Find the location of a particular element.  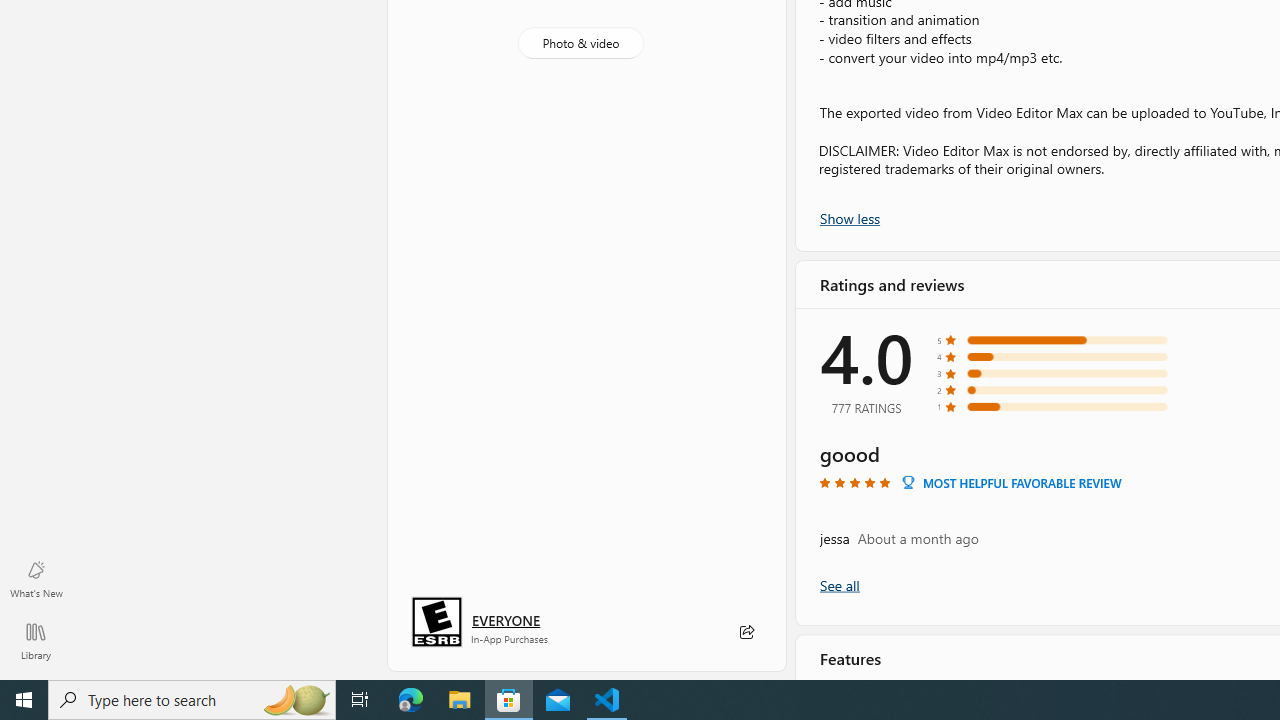

'Show less' is located at coordinates (850, 217).